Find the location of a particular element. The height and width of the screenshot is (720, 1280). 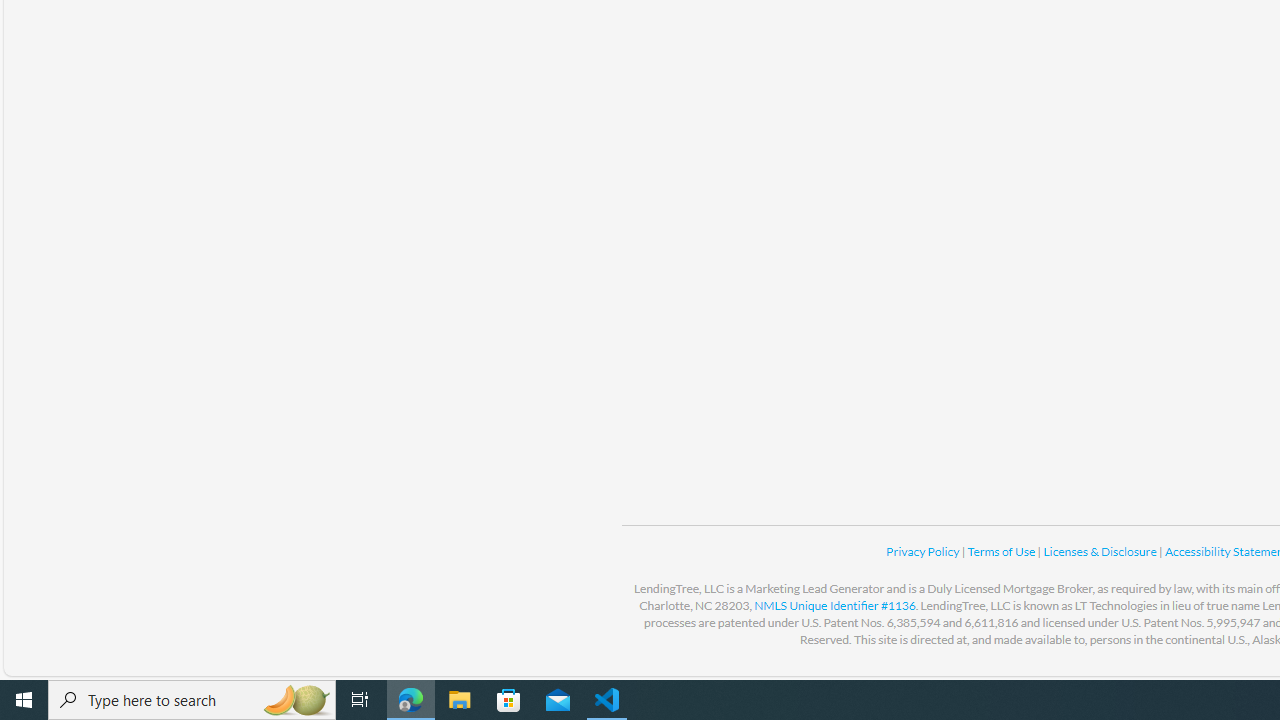

'NMLS Unique Identifier #1136' is located at coordinates (835, 604).